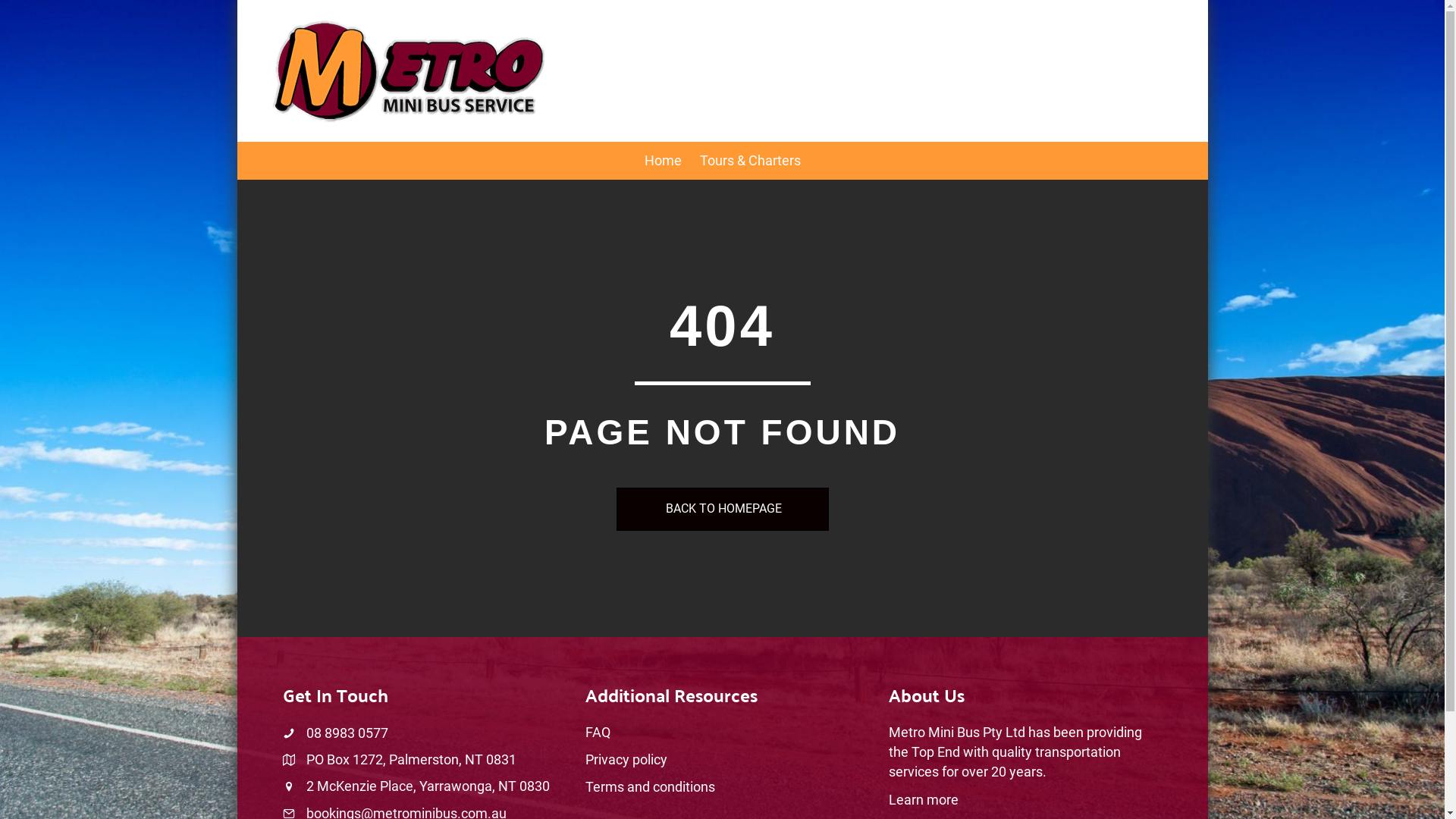 The image size is (1456, 819). Describe the element at coordinates (663, 161) in the screenshot. I see `'Home'` at that location.